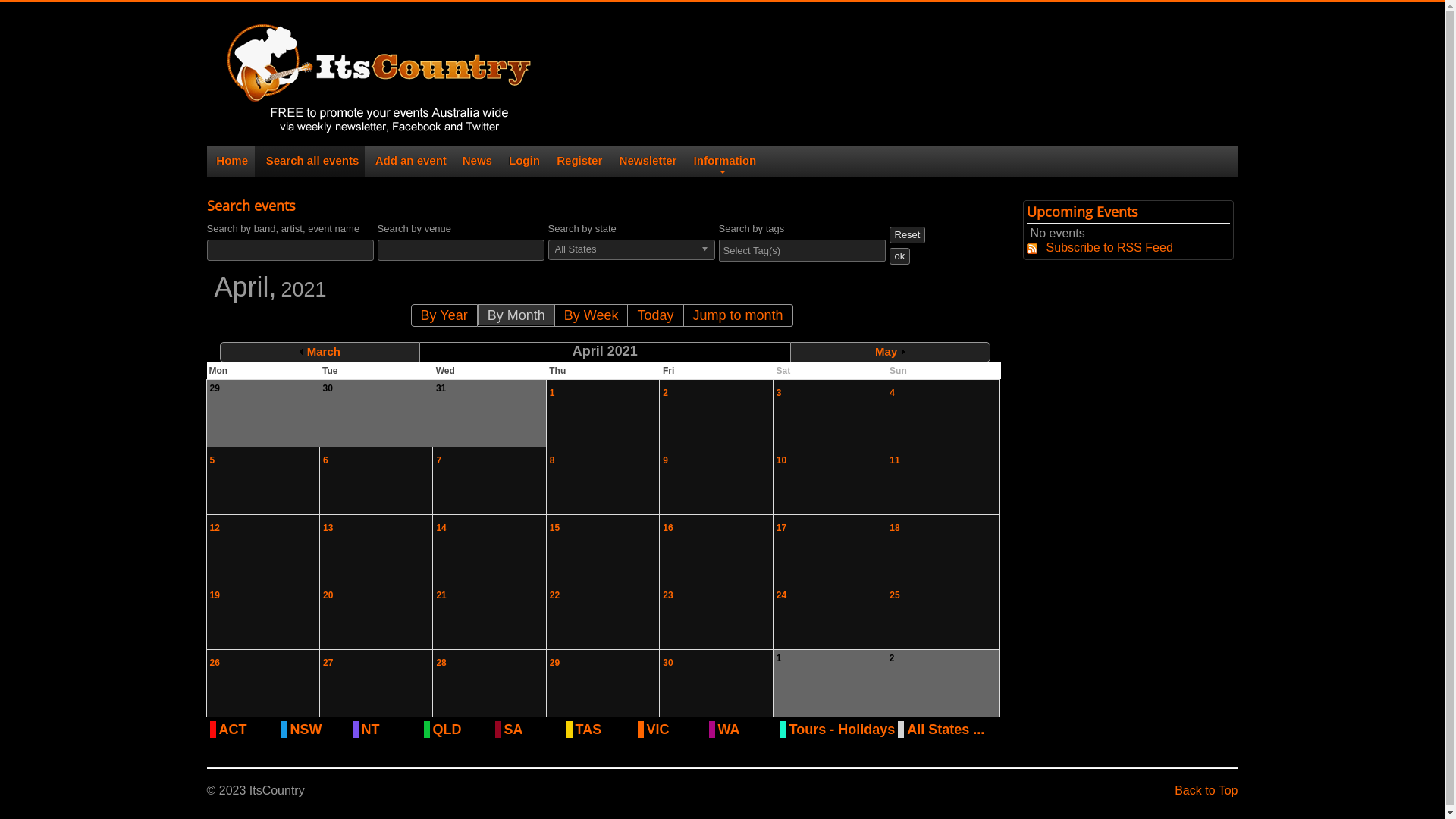 This screenshot has width=1456, height=819. Describe the element at coordinates (1100, 246) in the screenshot. I see `'Subscribe to RSS Feed'` at that location.